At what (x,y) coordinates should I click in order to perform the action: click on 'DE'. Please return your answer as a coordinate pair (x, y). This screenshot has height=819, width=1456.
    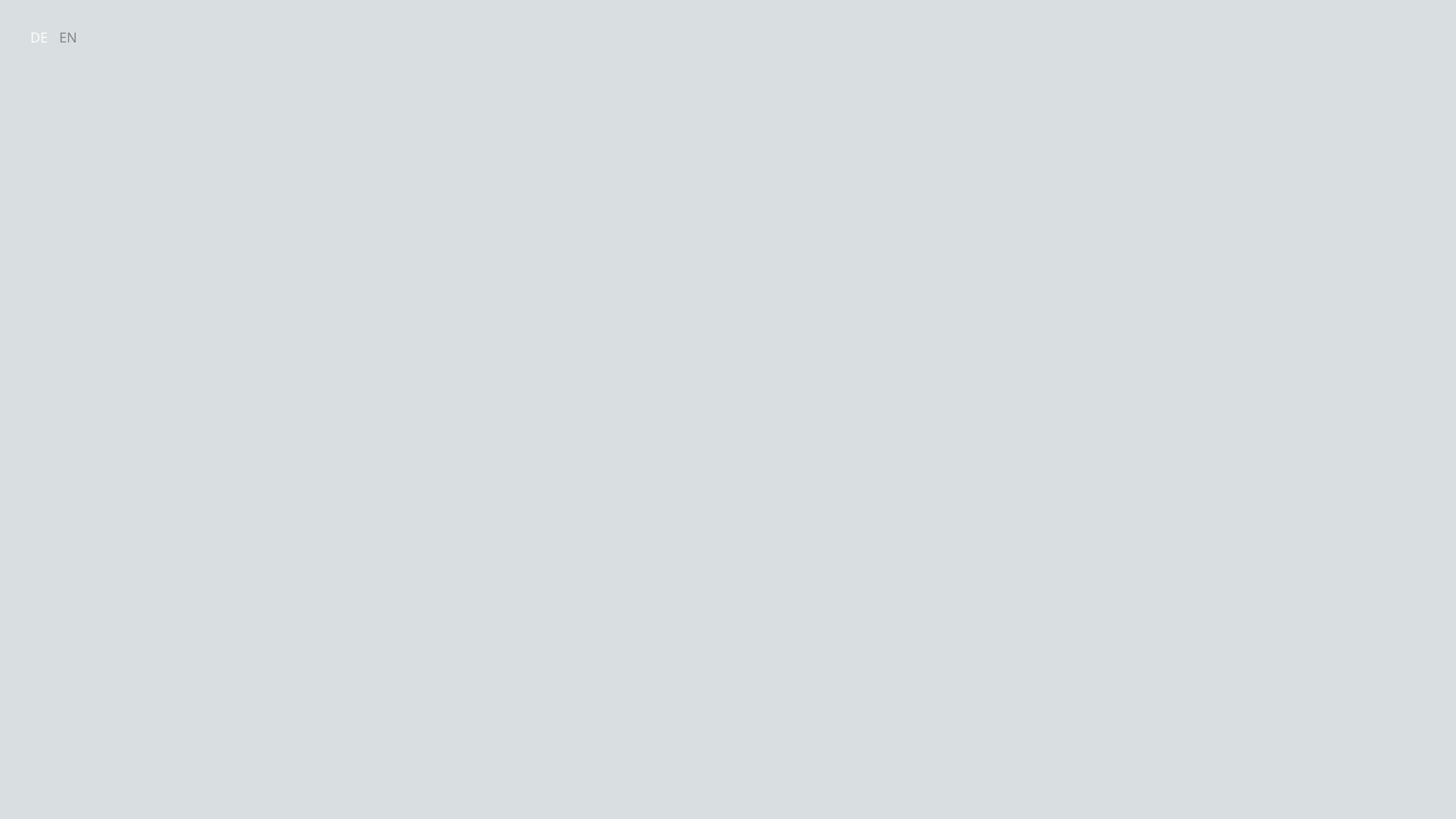
    Looking at the image, I should click on (30, 36).